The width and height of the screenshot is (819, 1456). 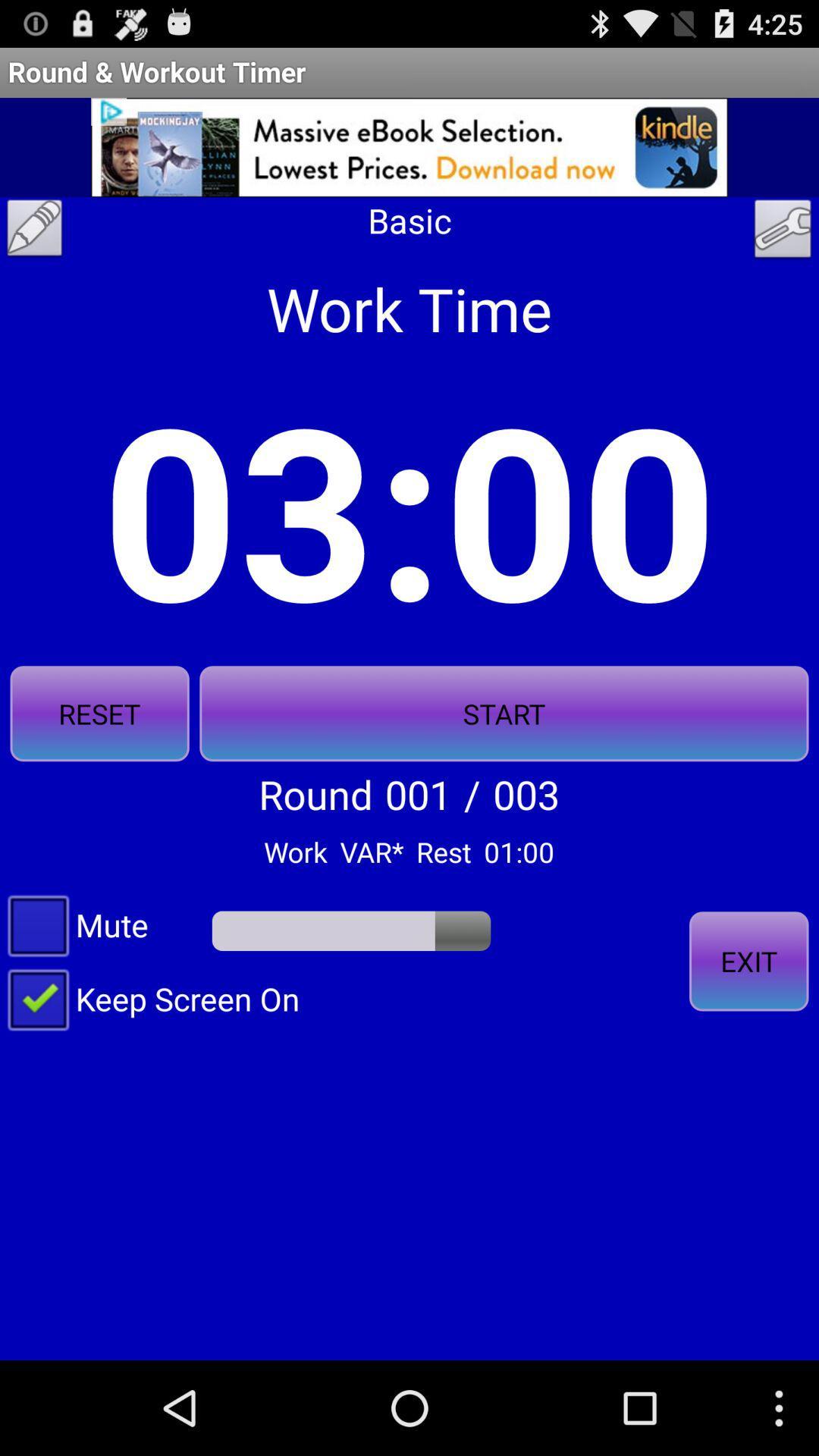 What do you see at coordinates (34, 231) in the screenshot?
I see `title of timer` at bounding box center [34, 231].